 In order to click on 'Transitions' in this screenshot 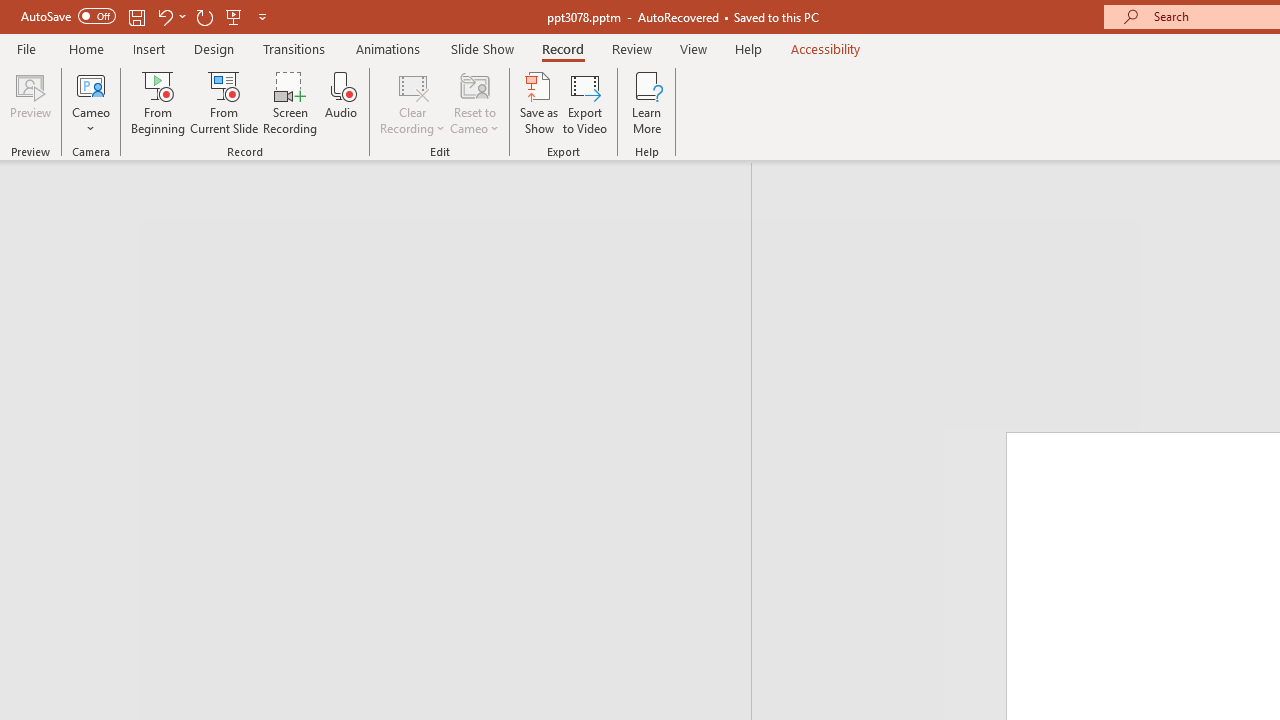, I will do `click(294, 48)`.